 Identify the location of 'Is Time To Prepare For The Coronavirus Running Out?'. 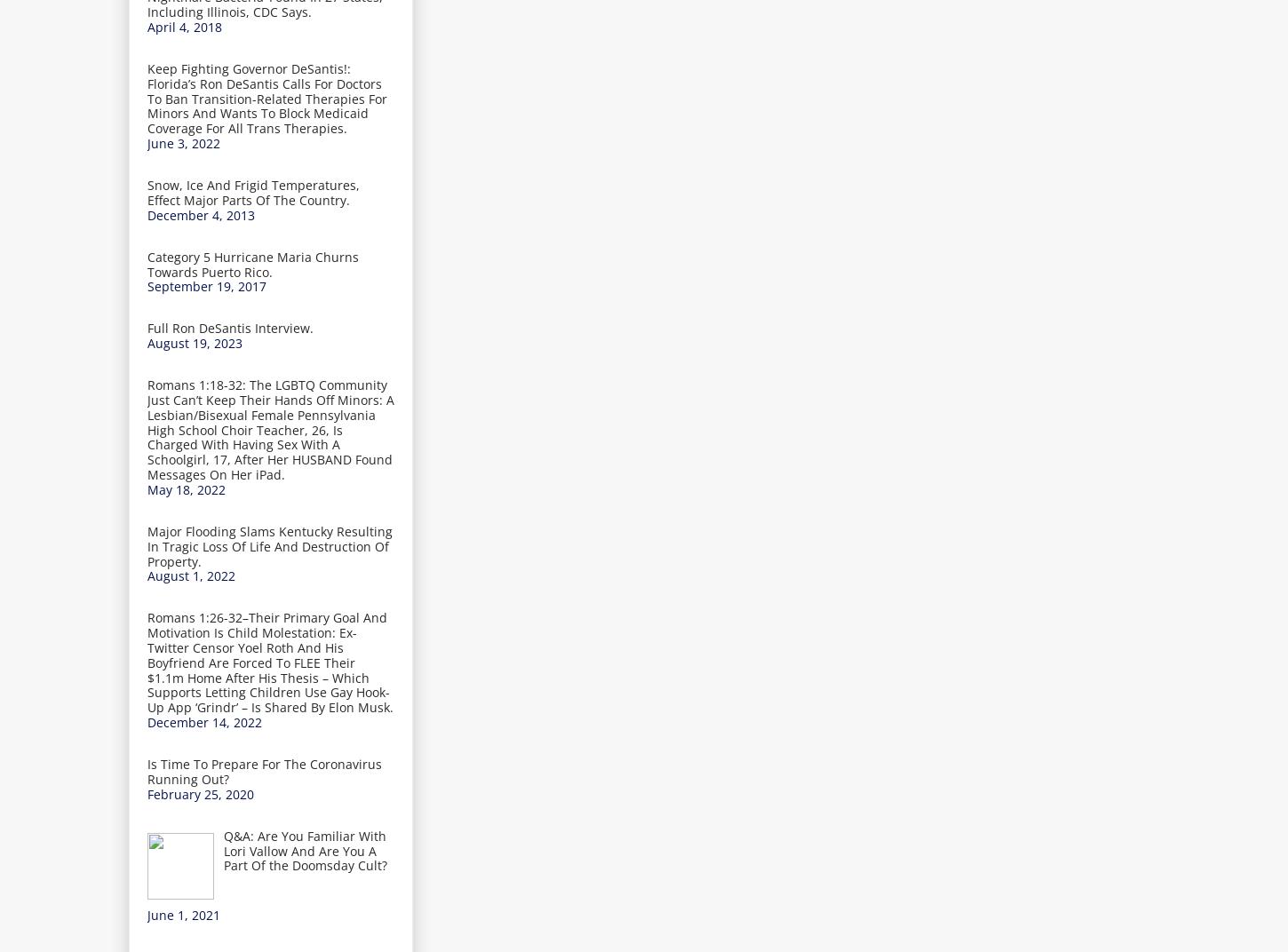
(264, 770).